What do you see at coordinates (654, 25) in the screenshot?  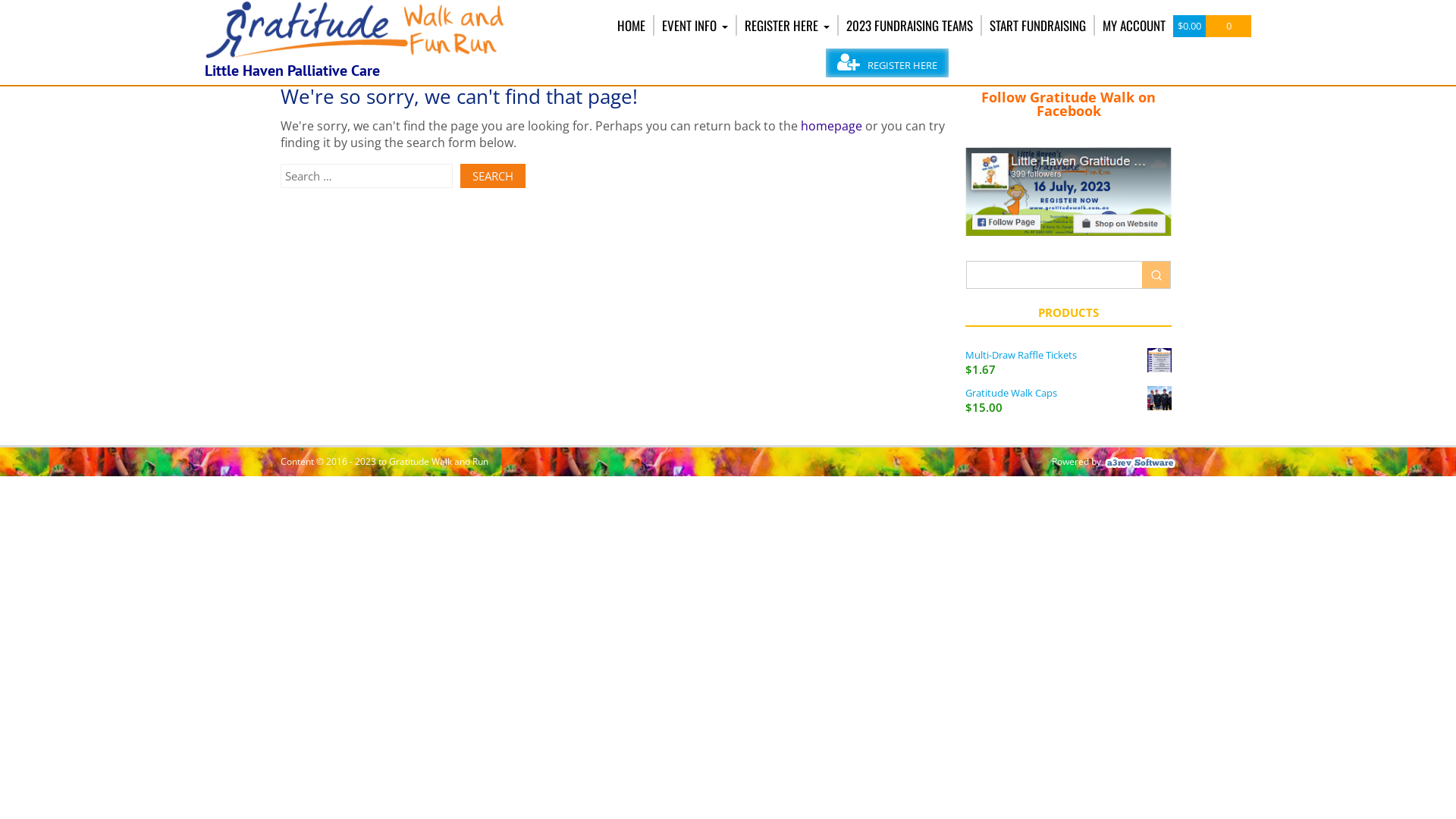 I see `'EVENT INFO'` at bounding box center [654, 25].